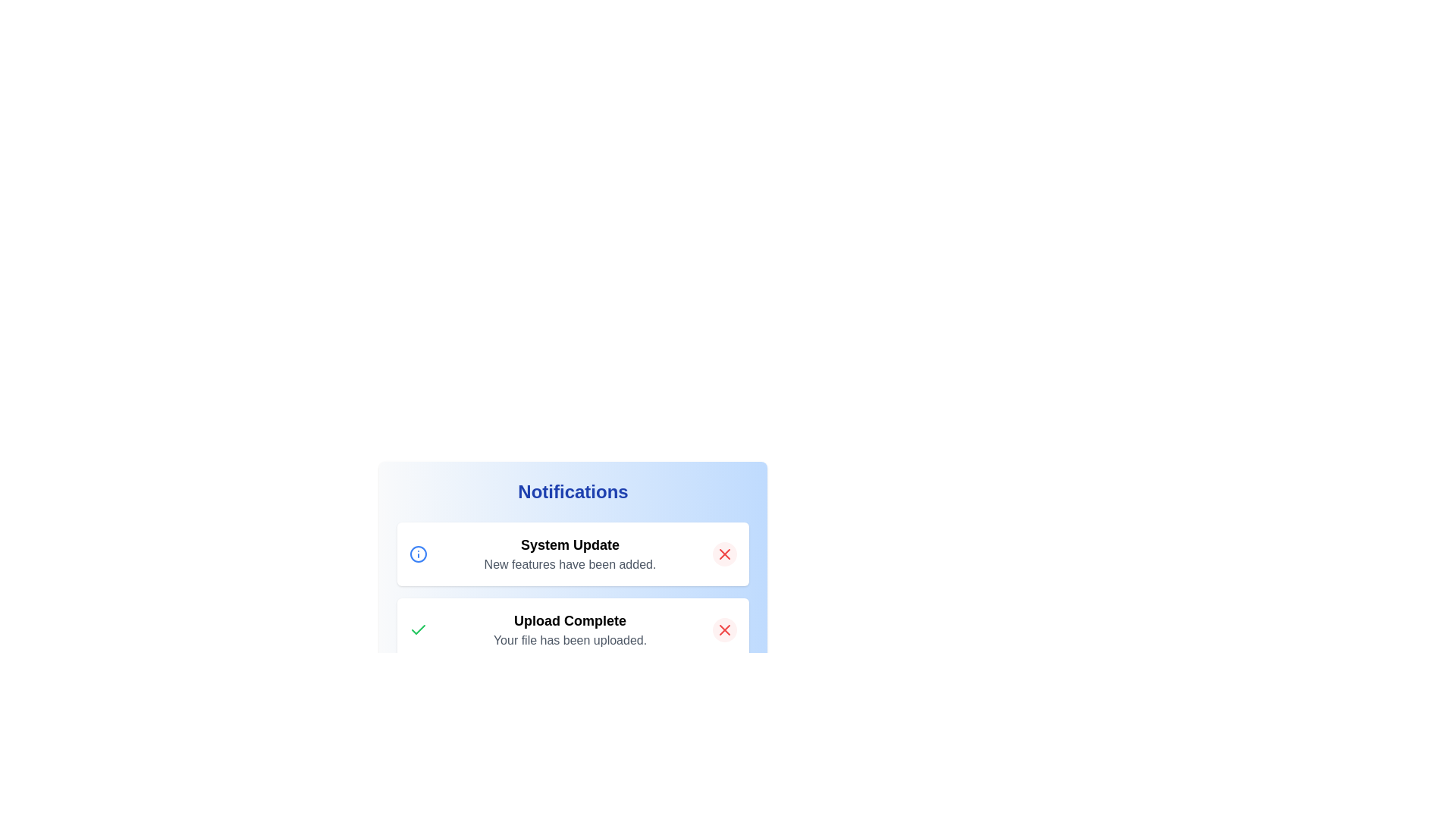 This screenshot has height=819, width=1456. I want to click on the circular button with a red border and red 'X' icon located at the top-right corner of the 'Upload Complete' notification, so click(723, 629).